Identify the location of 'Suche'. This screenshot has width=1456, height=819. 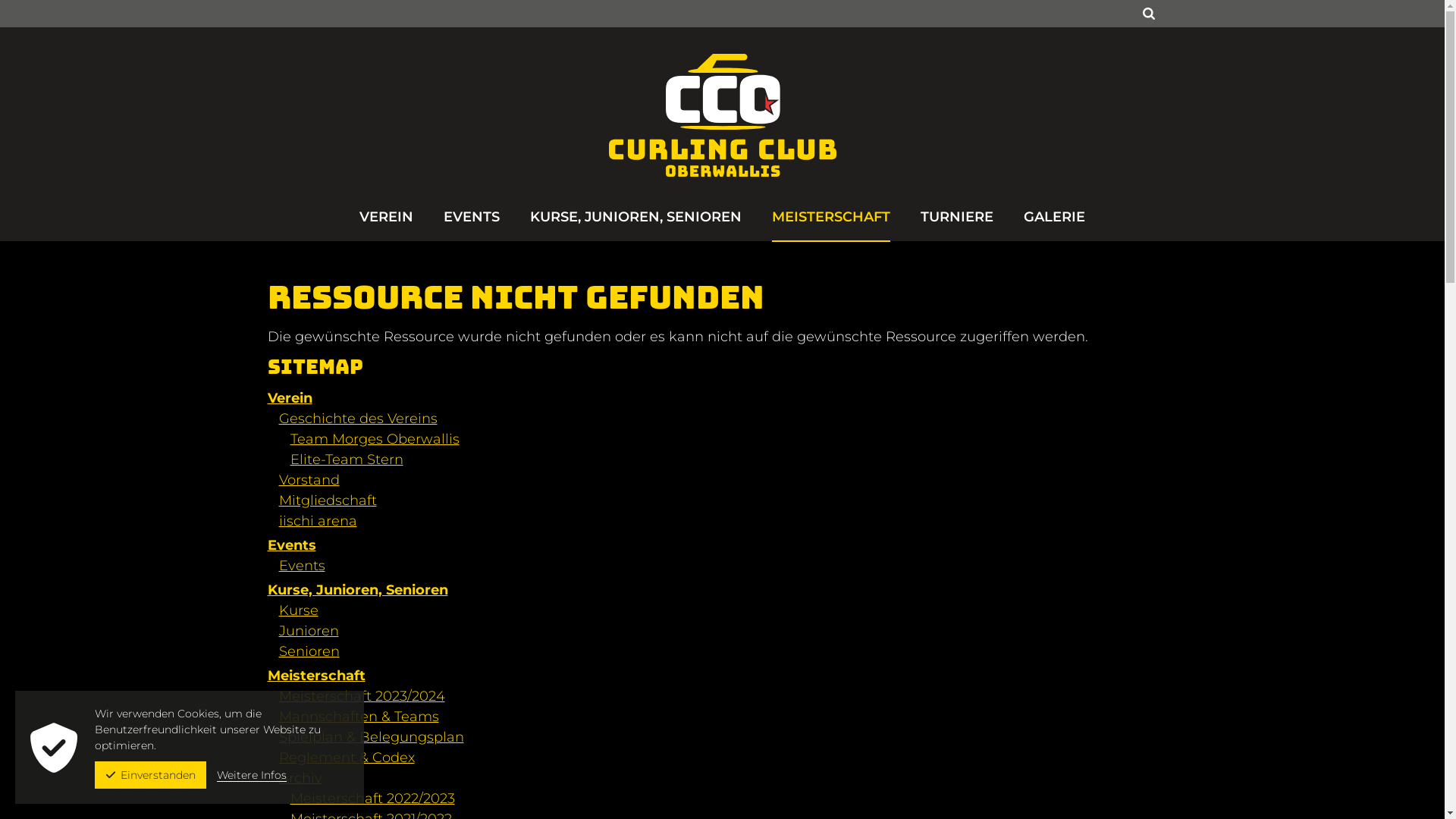
(1147, 14).